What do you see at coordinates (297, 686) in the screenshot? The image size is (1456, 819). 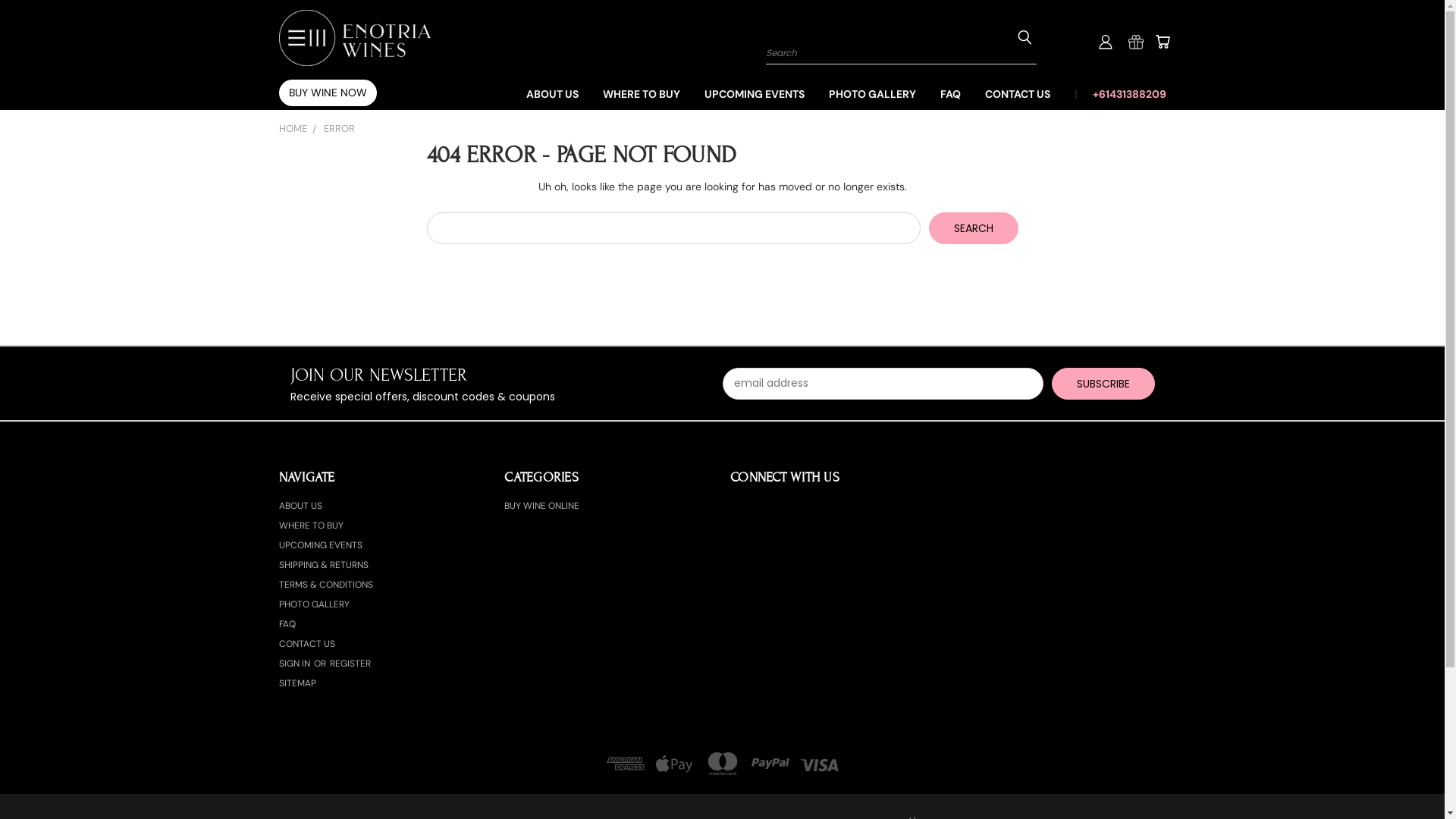 I see `'SITEMAP'` at bounding box center [297, 686].